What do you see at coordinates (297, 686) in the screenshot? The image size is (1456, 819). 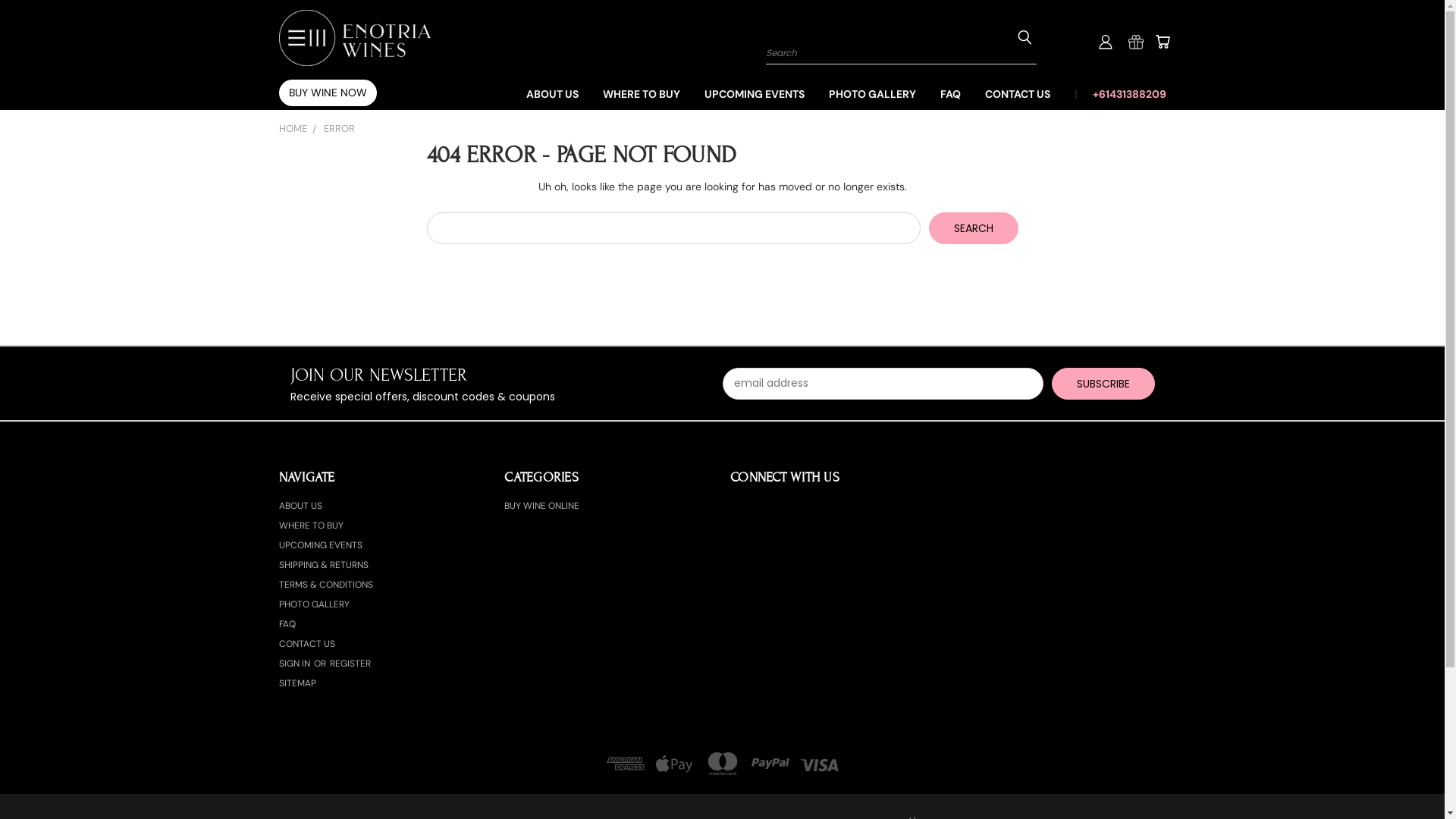 I see `'SITEMAP'` at bounding box center [297, 686].